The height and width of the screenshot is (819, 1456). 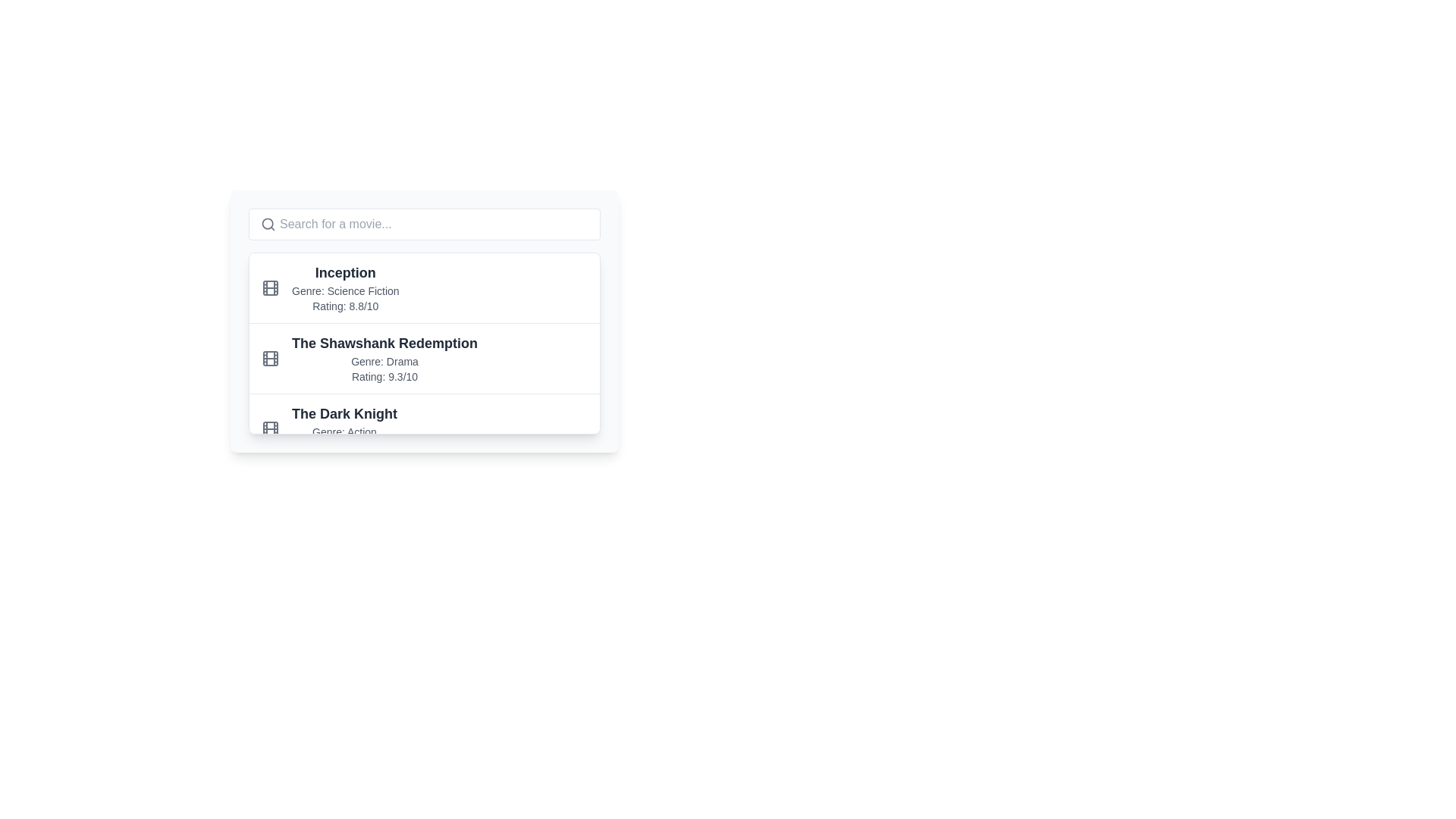 What do you see at coordinates (344, 414) in the screenshot?
I see `text 'The Dark Knight' which is prominently displayed in bold and larger font, located in the lower part of the movie listing interface, above 'Genre: Action' and 'Rating: 9/10'` at bounding box center [344, 414].